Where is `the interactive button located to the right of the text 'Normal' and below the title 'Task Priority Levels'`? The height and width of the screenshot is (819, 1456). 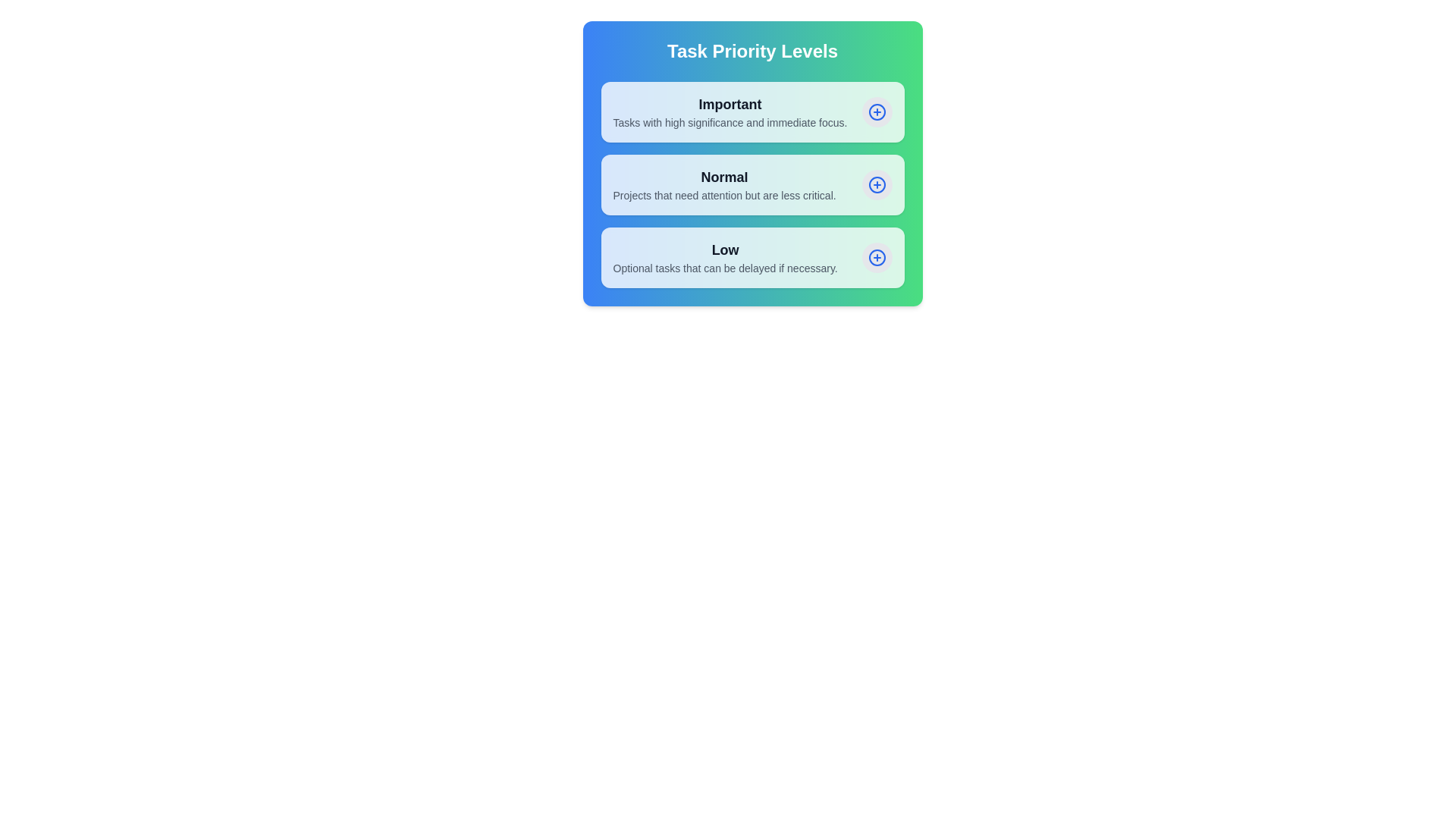 the interactive button located to the right of the text 'Normal' and below the title 'Task Priority Levels' is located at coordinates (877, 184).